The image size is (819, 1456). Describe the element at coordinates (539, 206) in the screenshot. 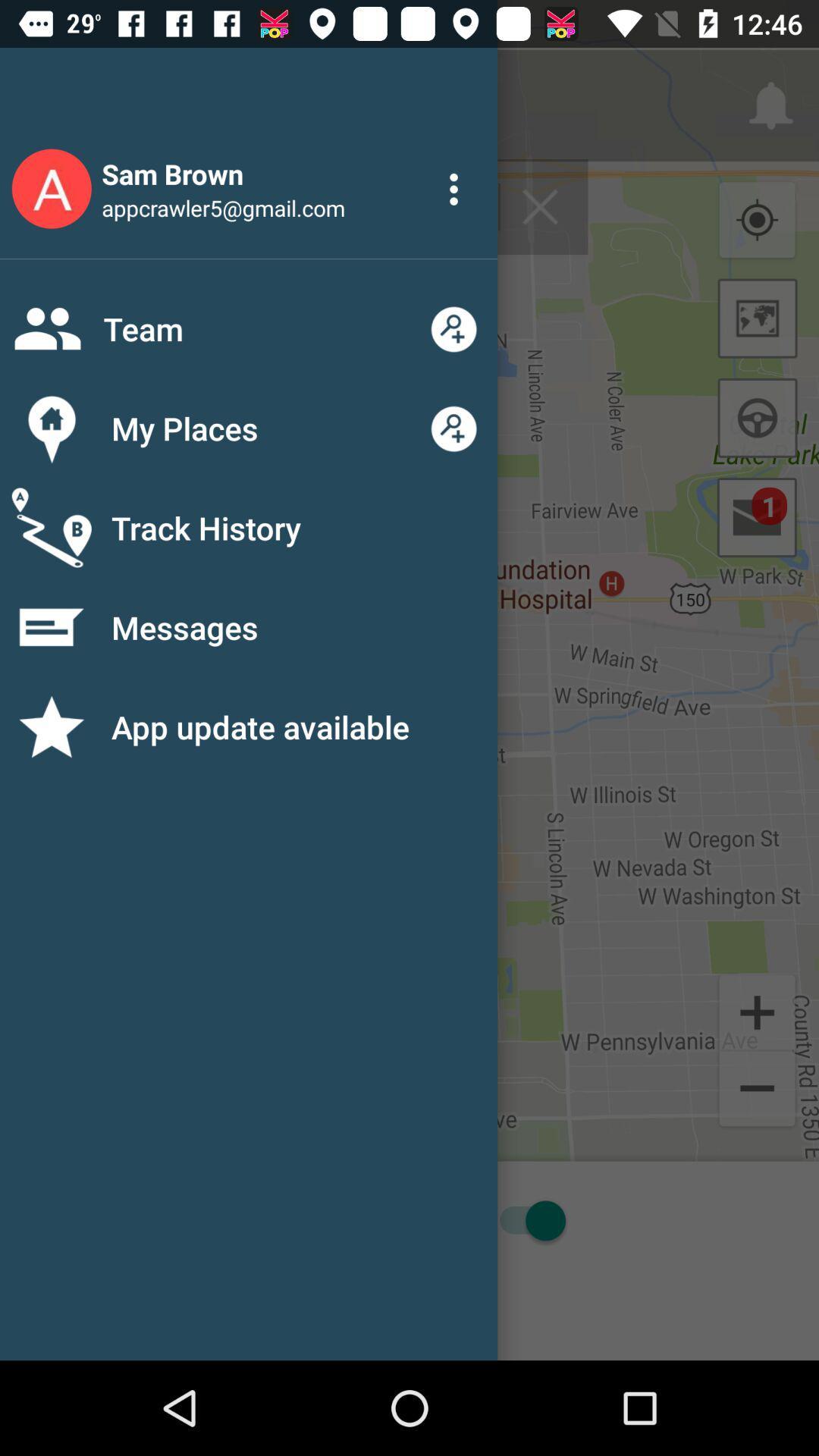

I see `the close icon` at that location.